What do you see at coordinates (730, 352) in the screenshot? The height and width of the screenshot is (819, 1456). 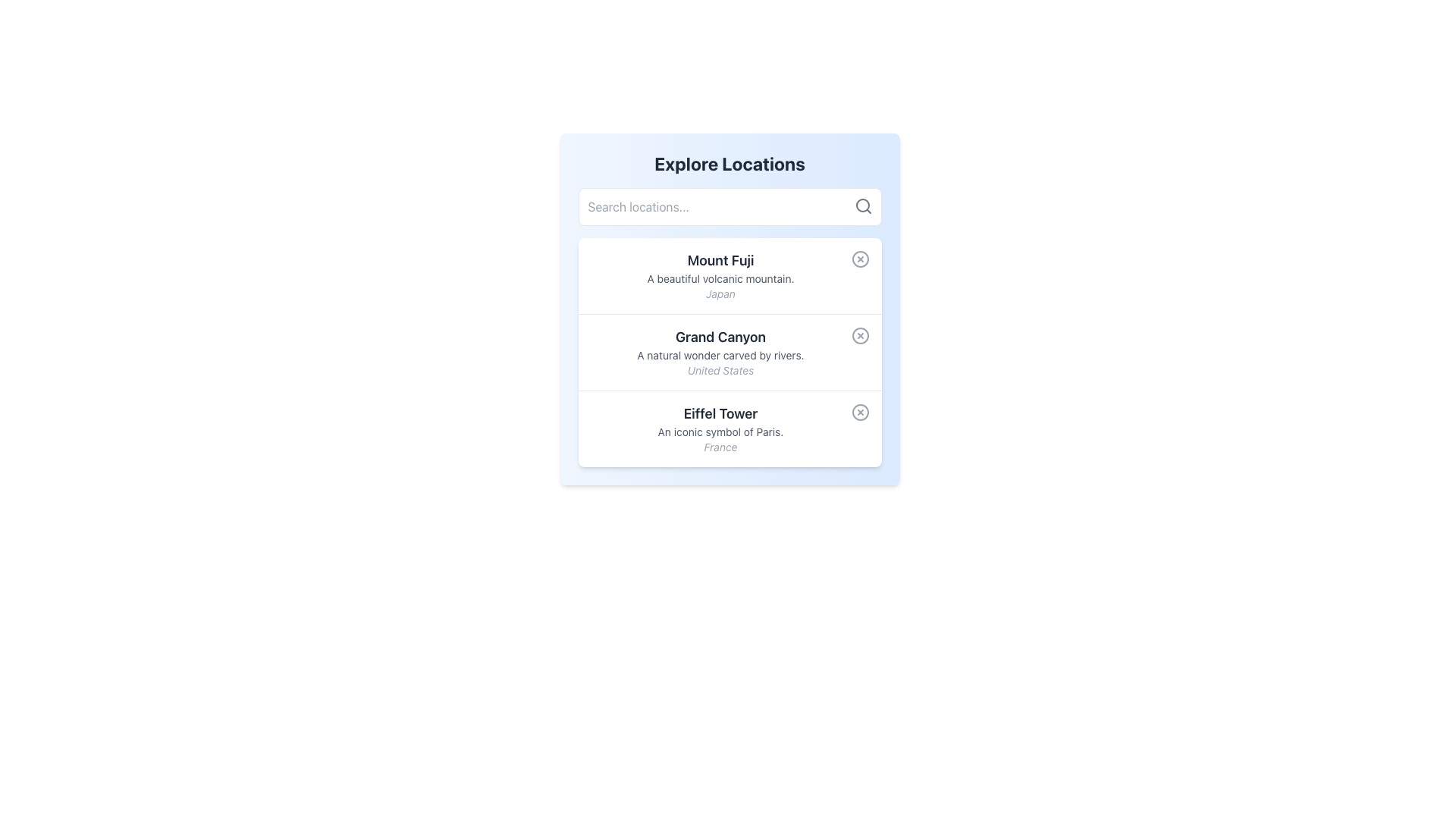 I see `text displayed on the informational card about the Grand Canyon, which is the second card in a vertically stacked list of cards` at bounding box center [730, 352].